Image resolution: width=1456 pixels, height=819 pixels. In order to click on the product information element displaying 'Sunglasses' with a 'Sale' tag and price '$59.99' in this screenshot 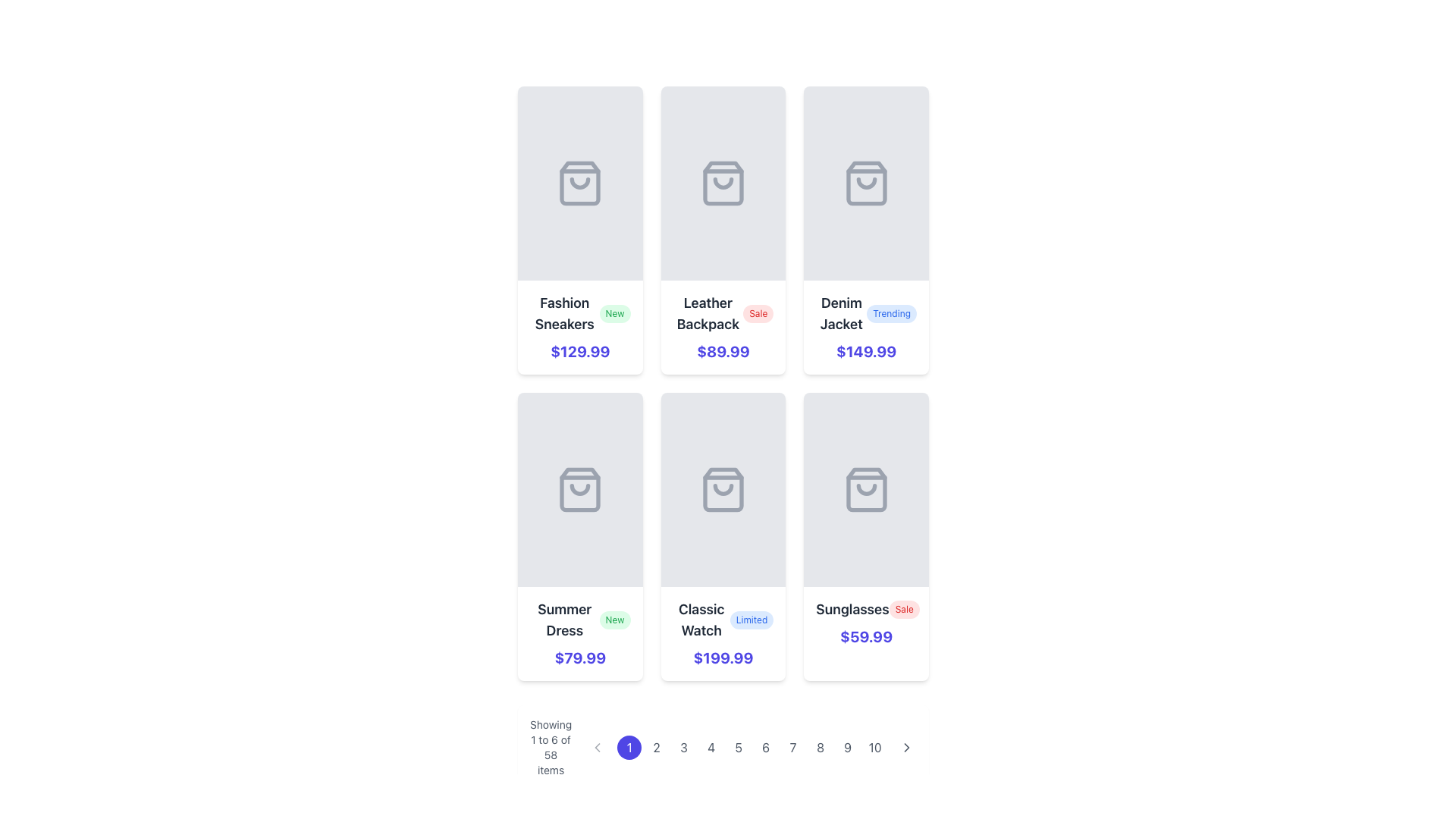, I will do `click(866, 623)`.